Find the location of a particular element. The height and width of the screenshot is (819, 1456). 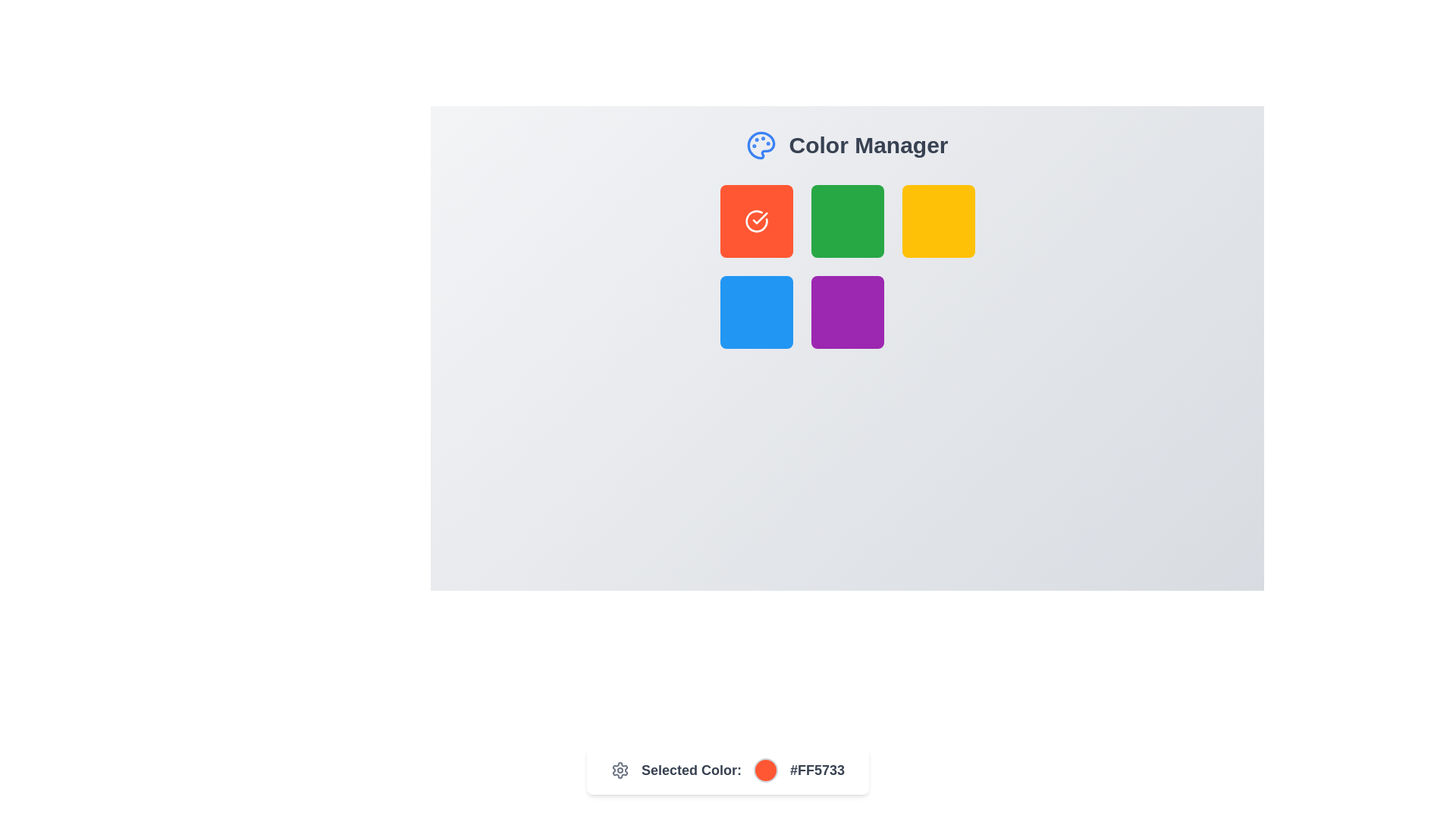

the clickable blue square button with rounded corners located in the first position of the second row of the grid layout is located at coordinates (756, 312).